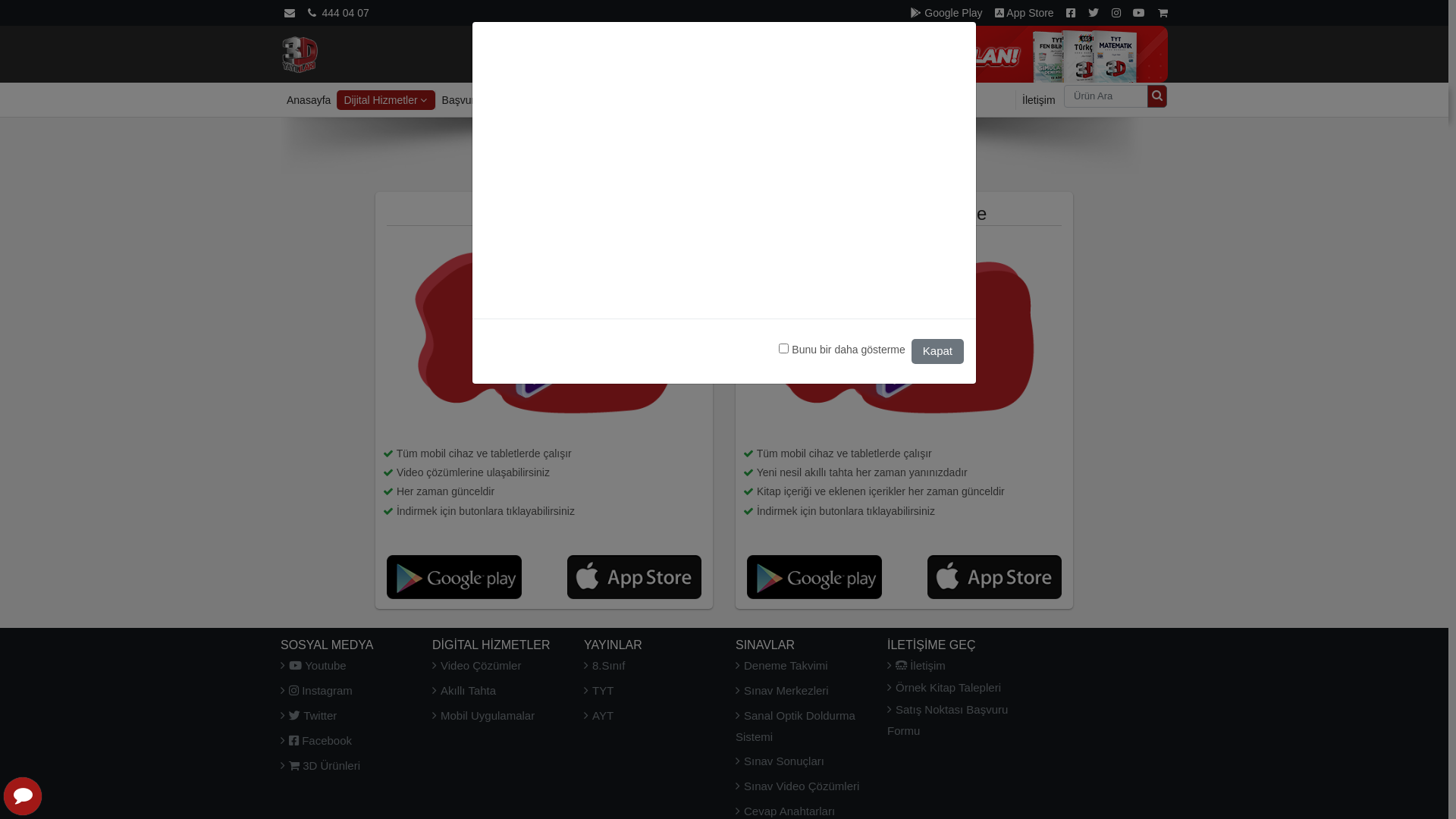 The image size is (1456, 819). What do you see at coordinates (598, 715) in the screenshot?
I see `'AYT'` at bounding box center [598, 715].